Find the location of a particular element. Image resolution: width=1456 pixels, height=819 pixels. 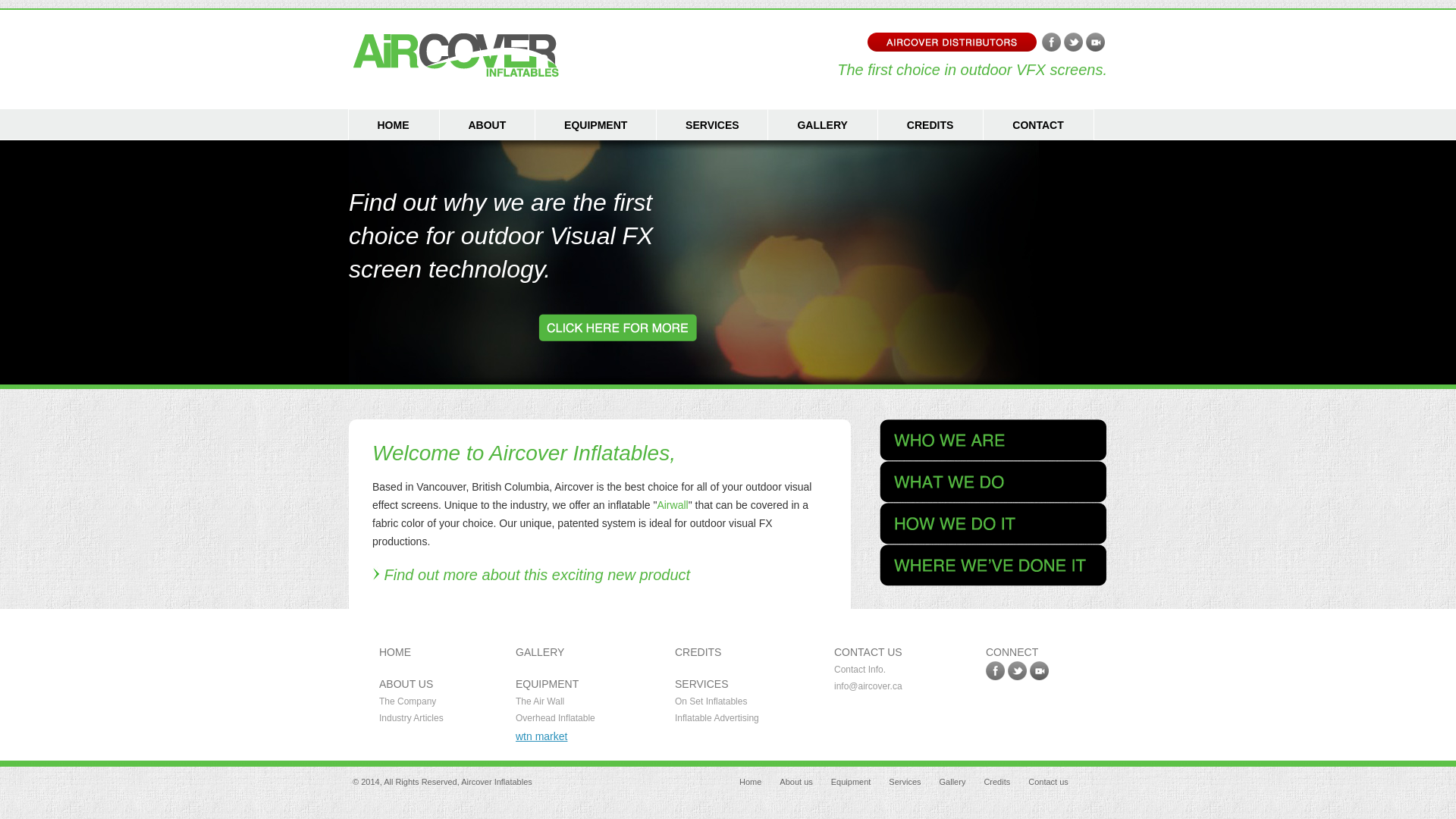

'Equipment' is located at coordinates (818, 781).